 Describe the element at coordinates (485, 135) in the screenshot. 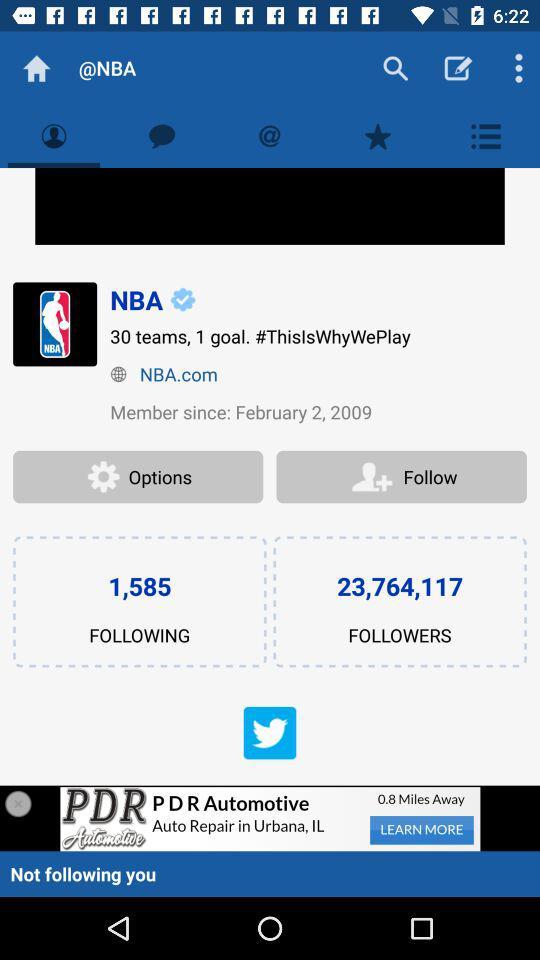

I see `the first tap from right in second line` at that location.